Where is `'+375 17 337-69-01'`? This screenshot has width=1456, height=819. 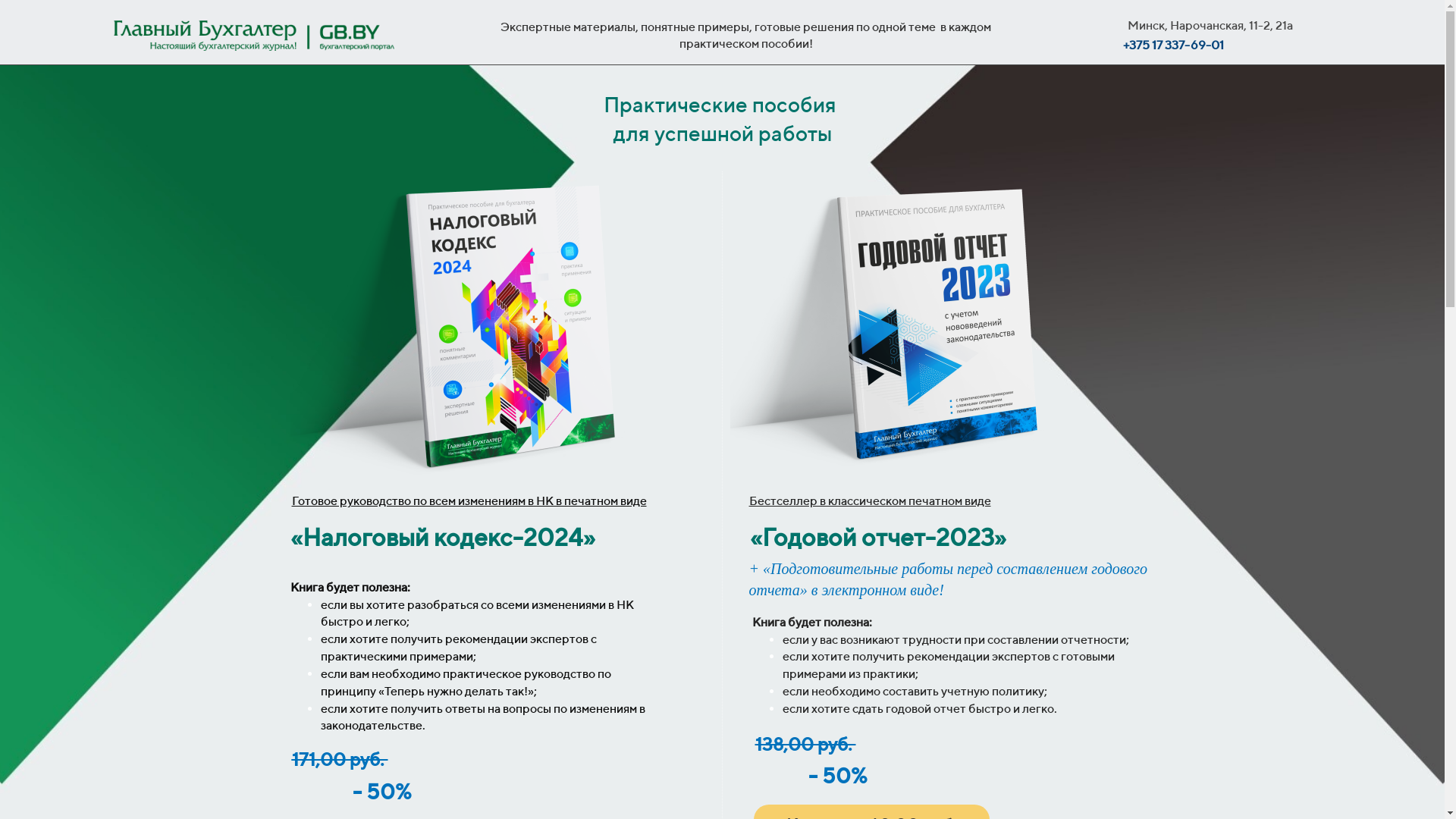
'+375 17 337-69-01' is located at coordinates (1123, 45).